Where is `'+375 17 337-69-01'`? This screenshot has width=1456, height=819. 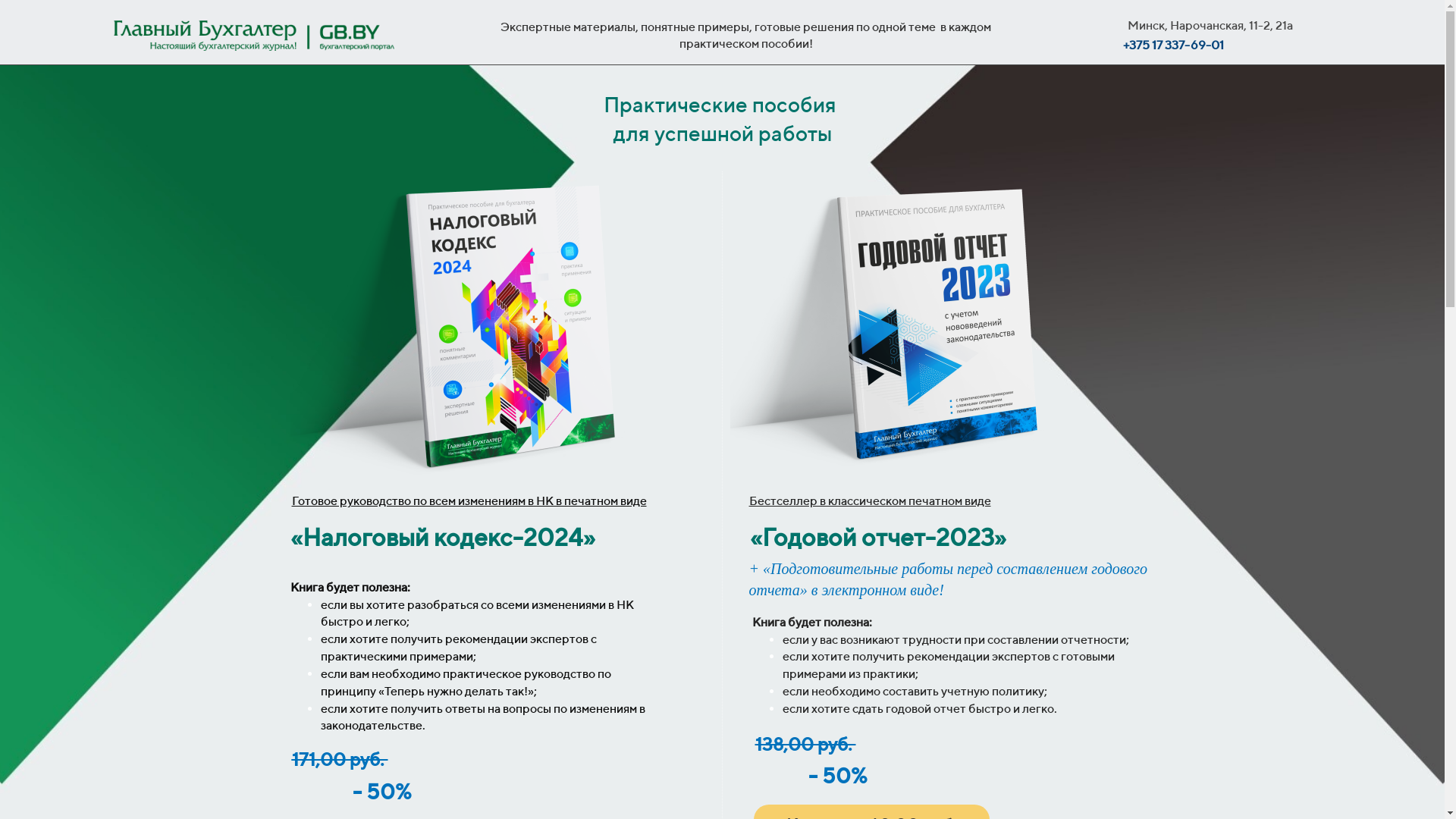
'+375 17 337-69-01' is located at coordinates (1123, 45).